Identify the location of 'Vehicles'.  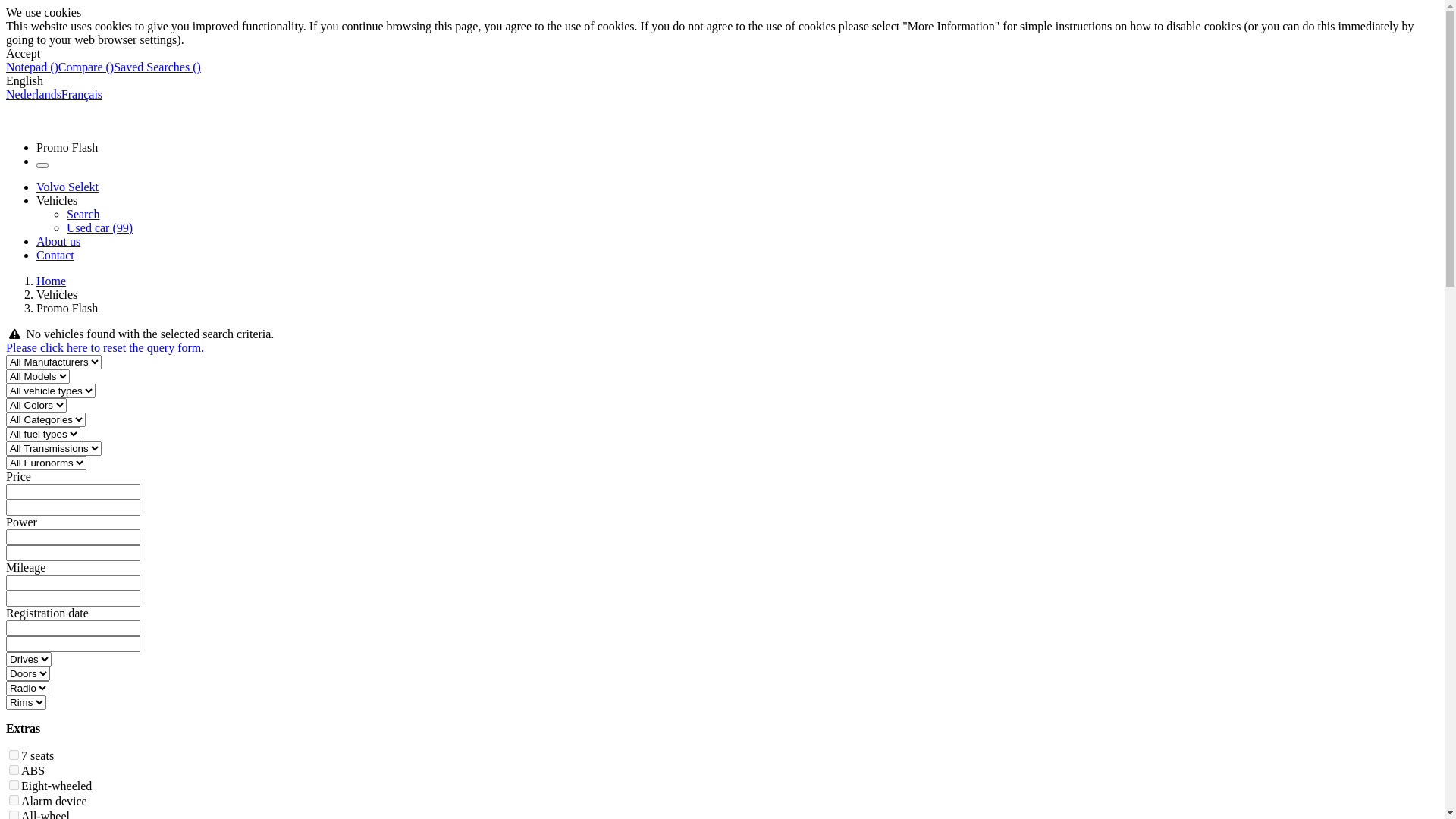
(36, 199).